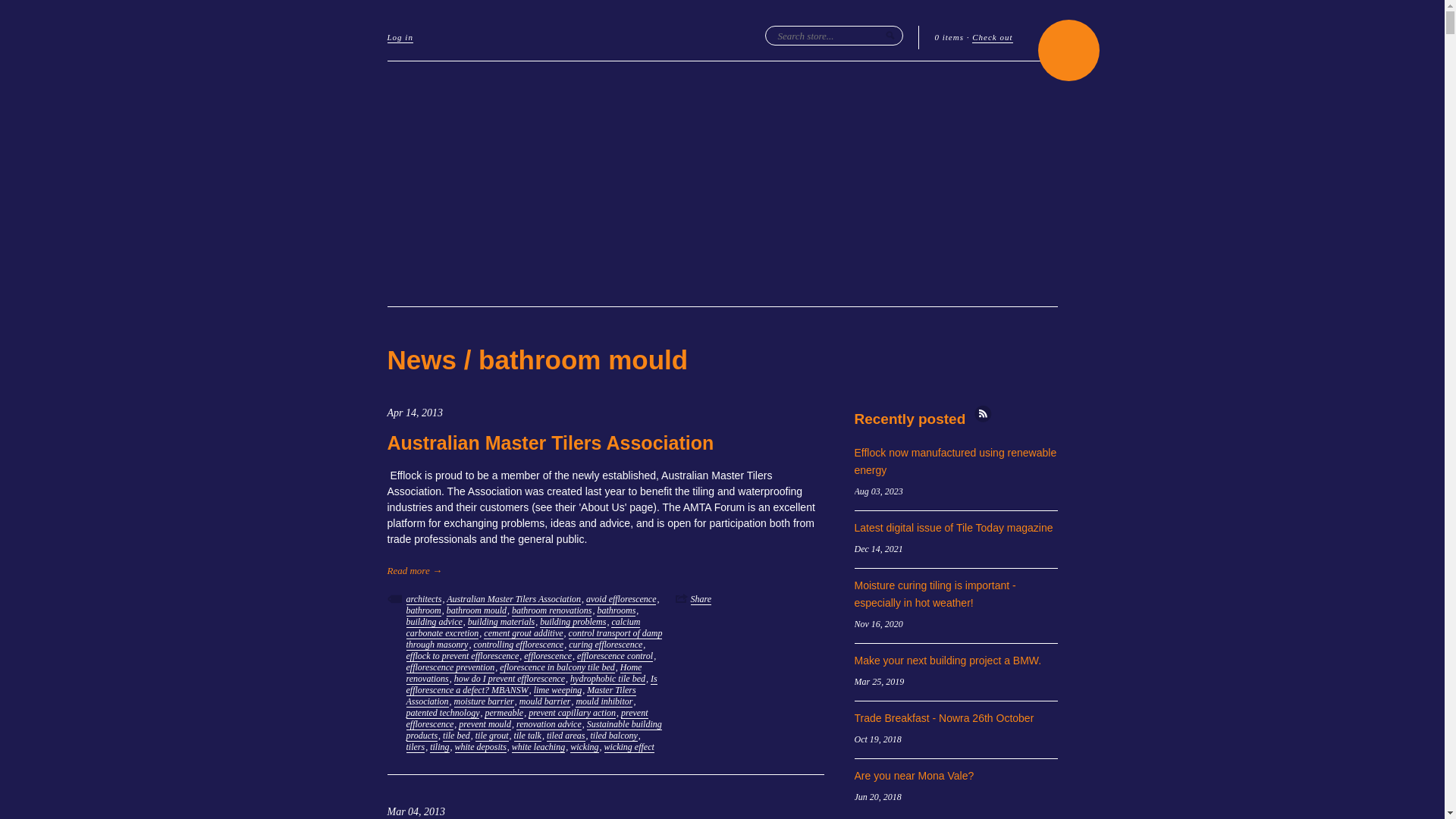  Describe the element at coordinates (557, 690) in the screenshot. I see `'lime weeping'` at that location.